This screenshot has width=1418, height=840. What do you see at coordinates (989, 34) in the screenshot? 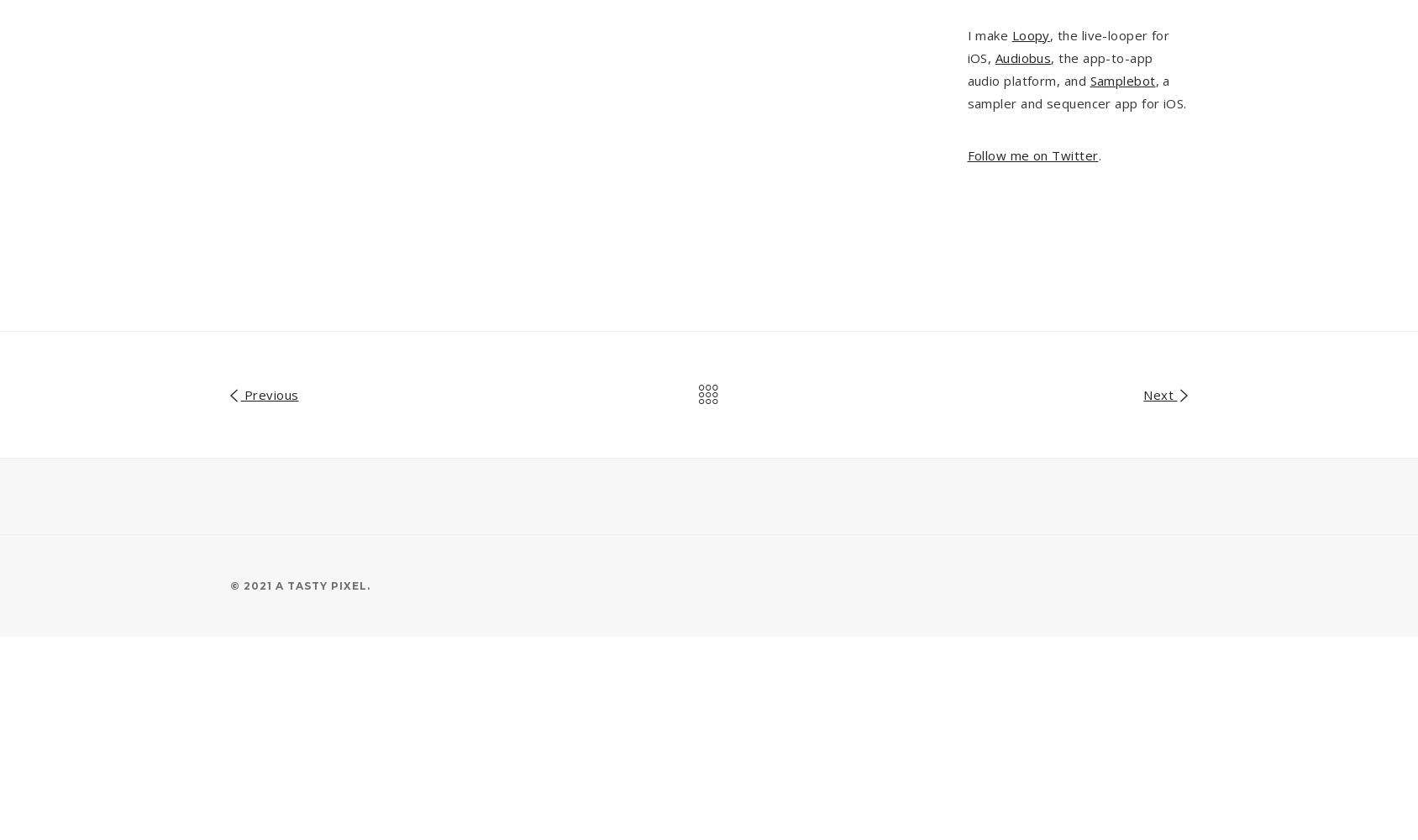
I see `'I make'` at bounding box center [989, 34].